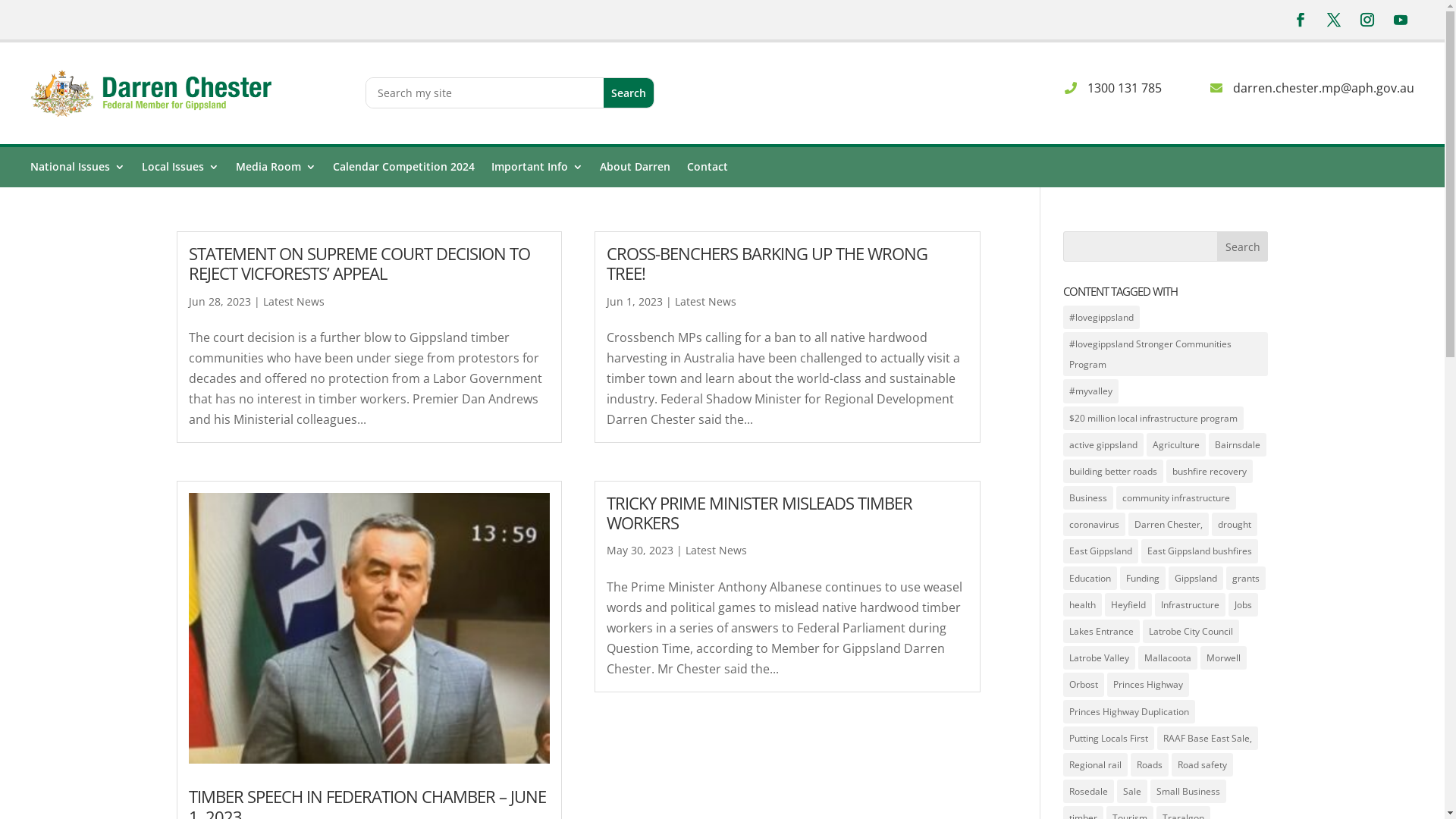  Describe the element at coordinates (155, 93) in the screenshot. I see `'logo@2x'` at that location.